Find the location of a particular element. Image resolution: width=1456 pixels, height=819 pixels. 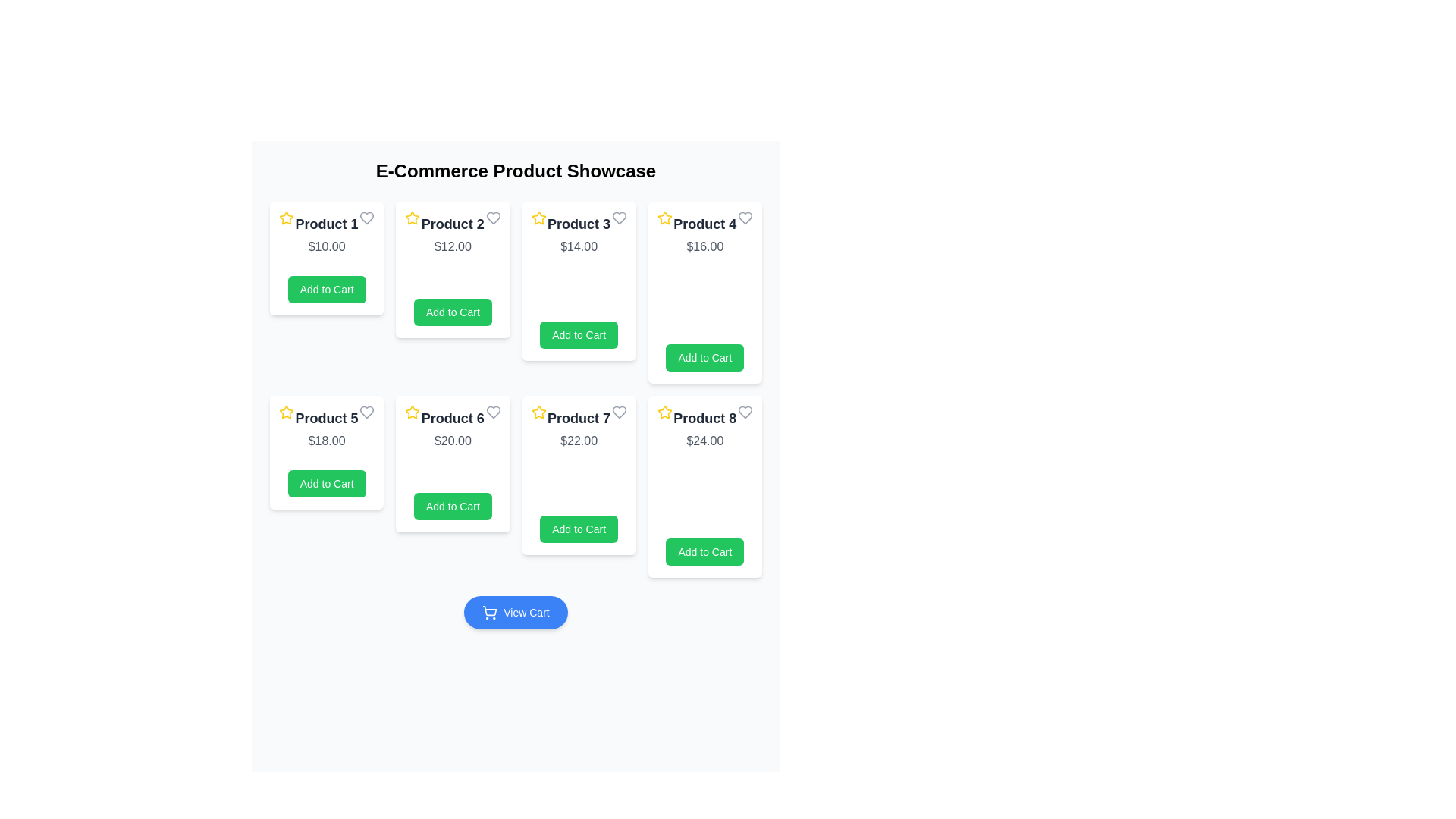

the star icon located in the upper-left corner of the 'Product 4' card, which serves as an indicator for product rating and a favorite marker is located at coordinates (664, 218).